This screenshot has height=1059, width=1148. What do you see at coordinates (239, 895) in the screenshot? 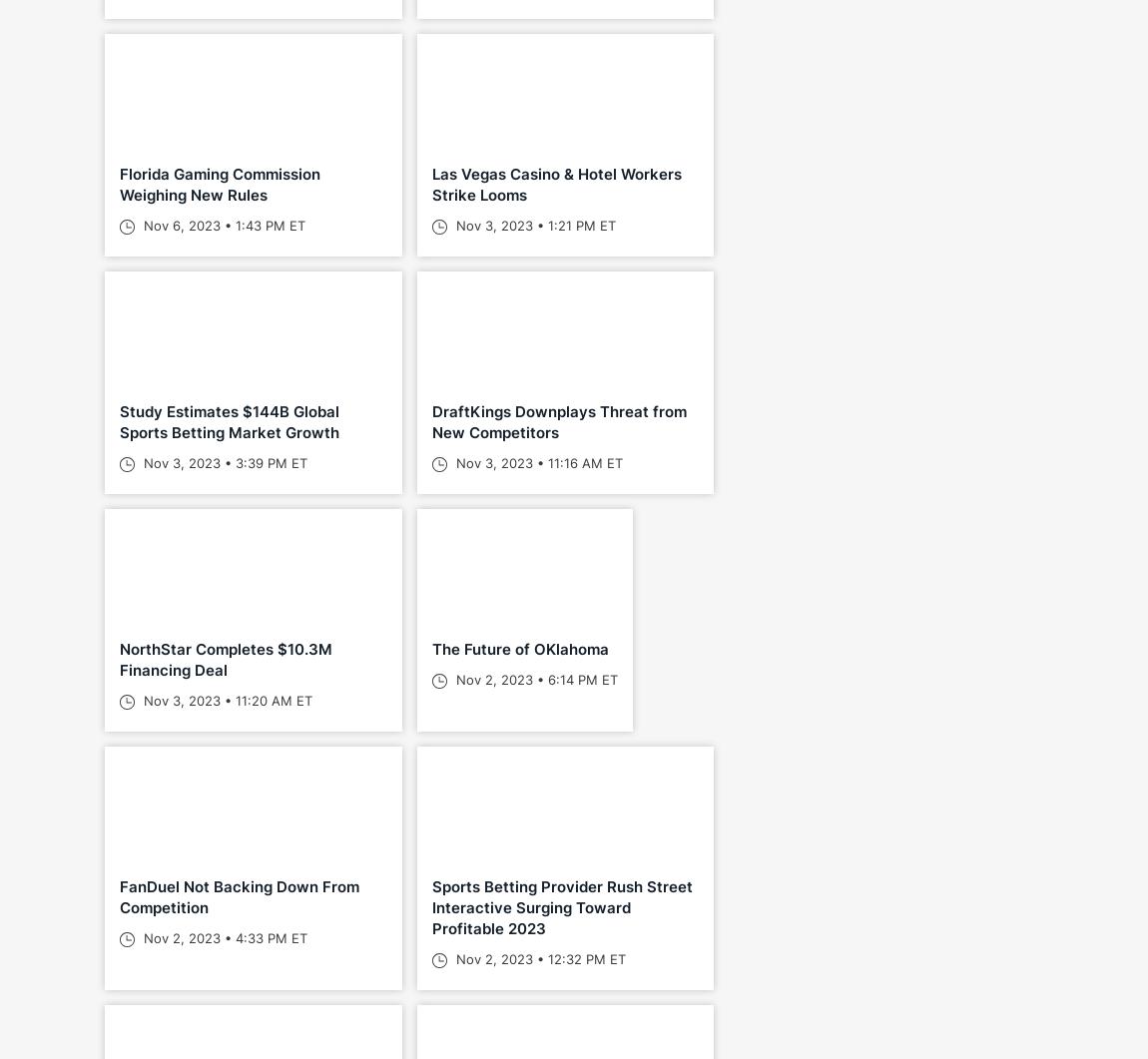
I see `'FanDuel Not Backing Down From Competition'` at bounding box center [239, 895].